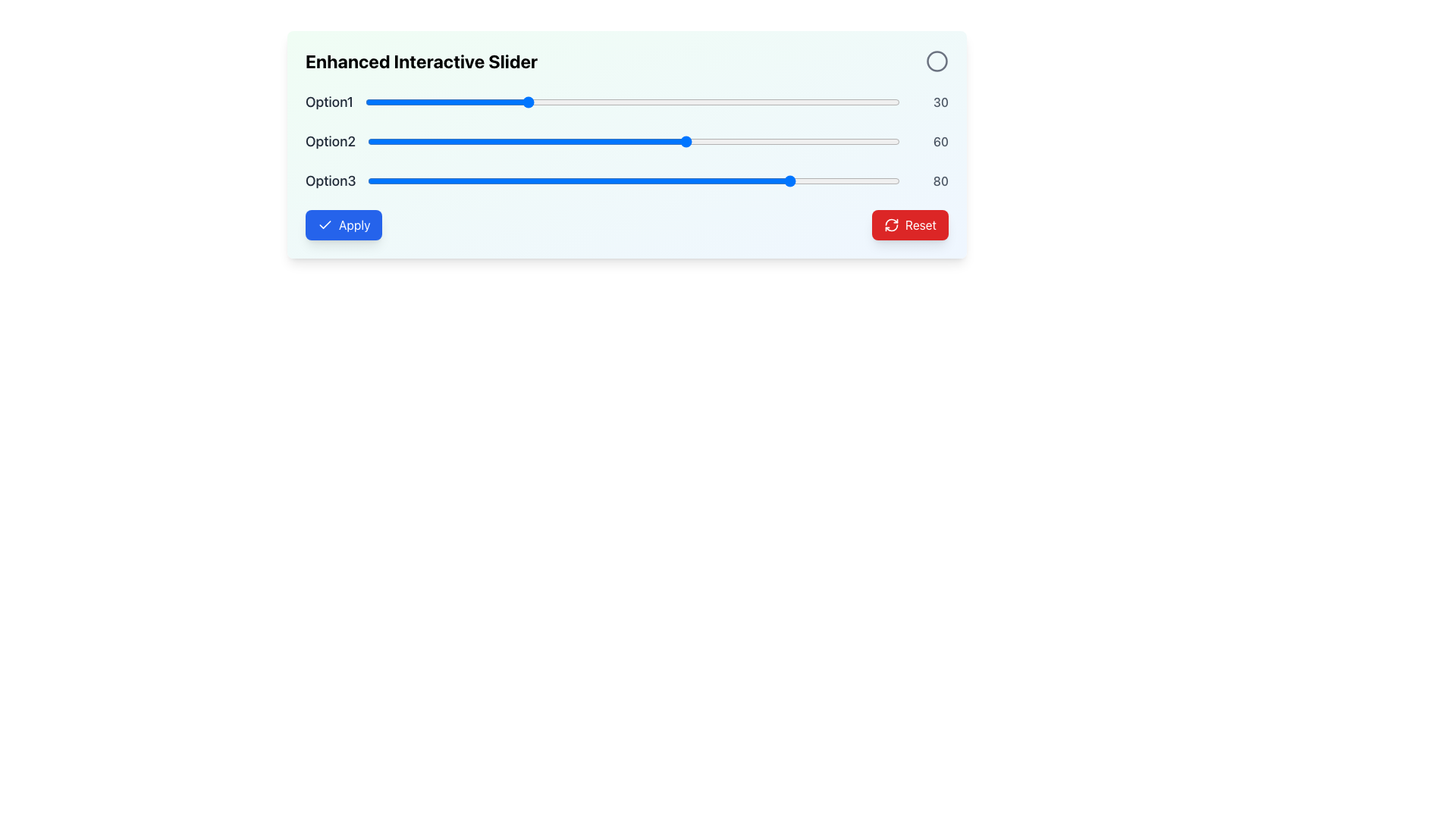 The height and width of the screenshot is (819, 1456). Describe the element at coordinates (632, 102) in the screenshot. I see `the slider handle of the Range Slider for 'Option1', currently set at 30, from its position` at that location.